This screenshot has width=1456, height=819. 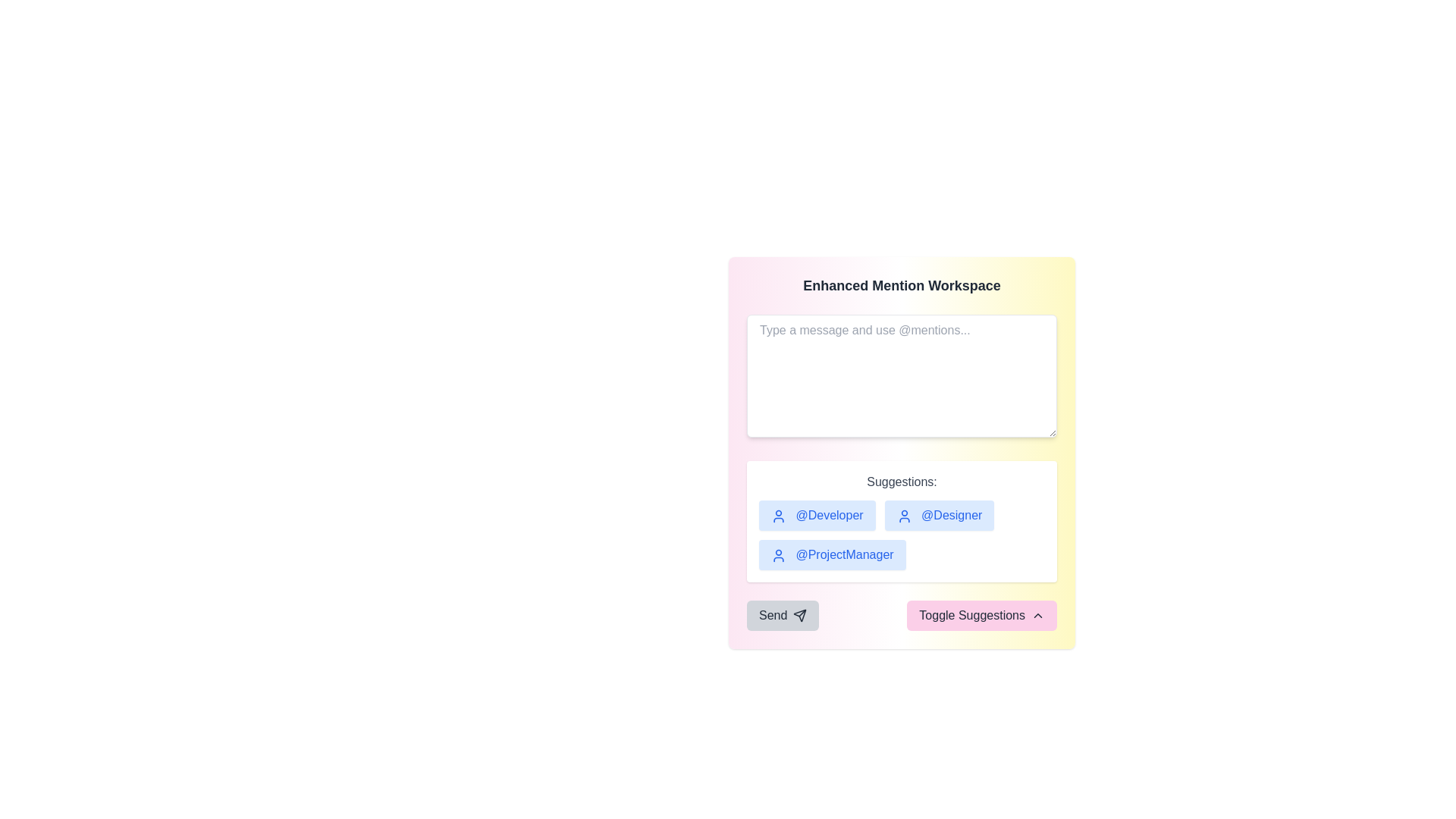 I want to click on the user profile icon located to the left of the '@Designer' text in the 'Suggestions' section, which is characterized by a circular head and a semi-oval body in blue color, so click(x=904, y=516).